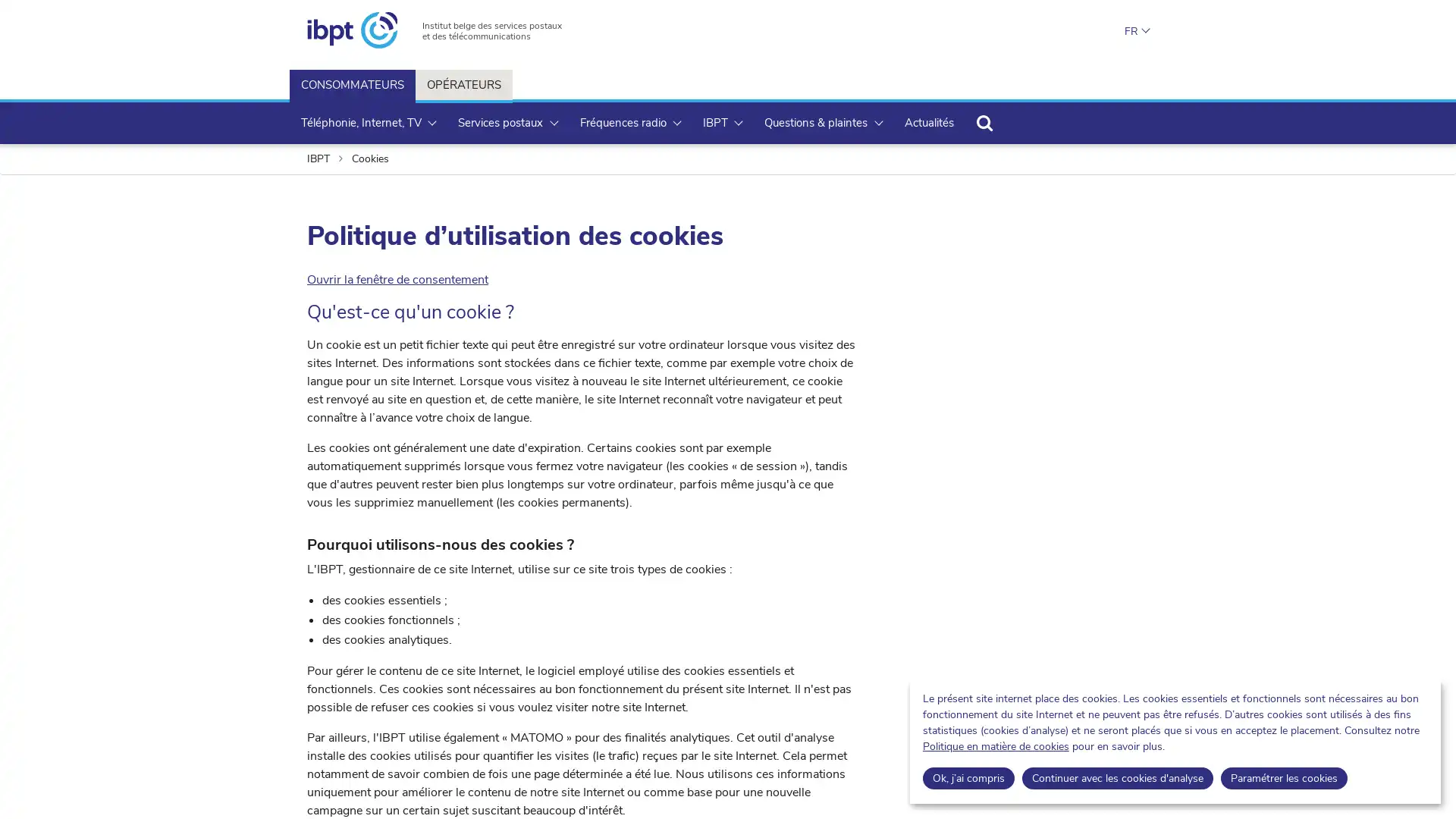  I want to click on Continuer avec les cookies d'analyse, so click(1117, 778).